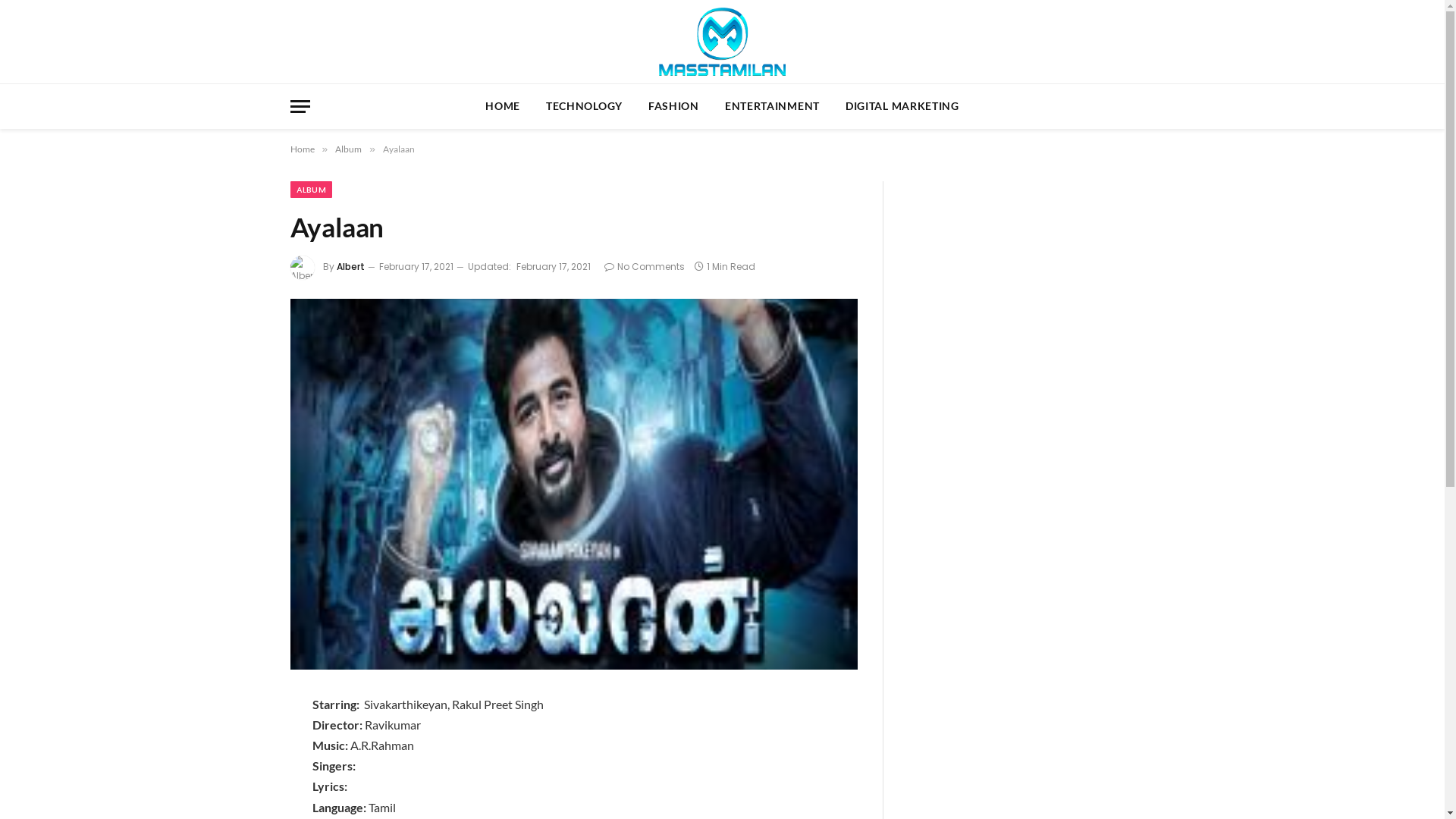 The height and width of the screenshot is (819, 1456). What do you see at coordinates (583, 105) in the screenshot?
I see `'TECHNOLOGY'` at bounding box center [583, 105].